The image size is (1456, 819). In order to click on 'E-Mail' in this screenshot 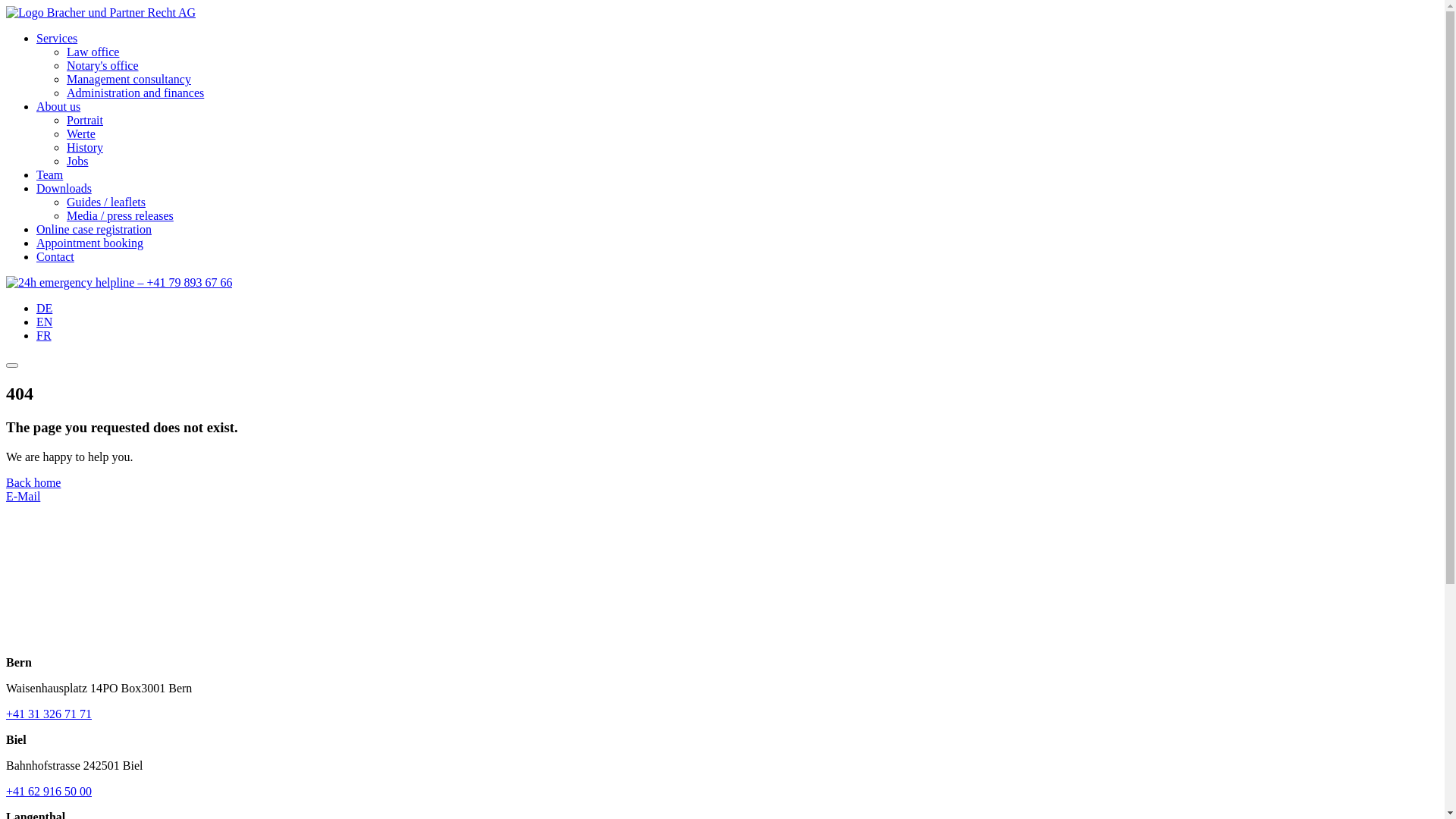, I will do `click(23, 496)`.